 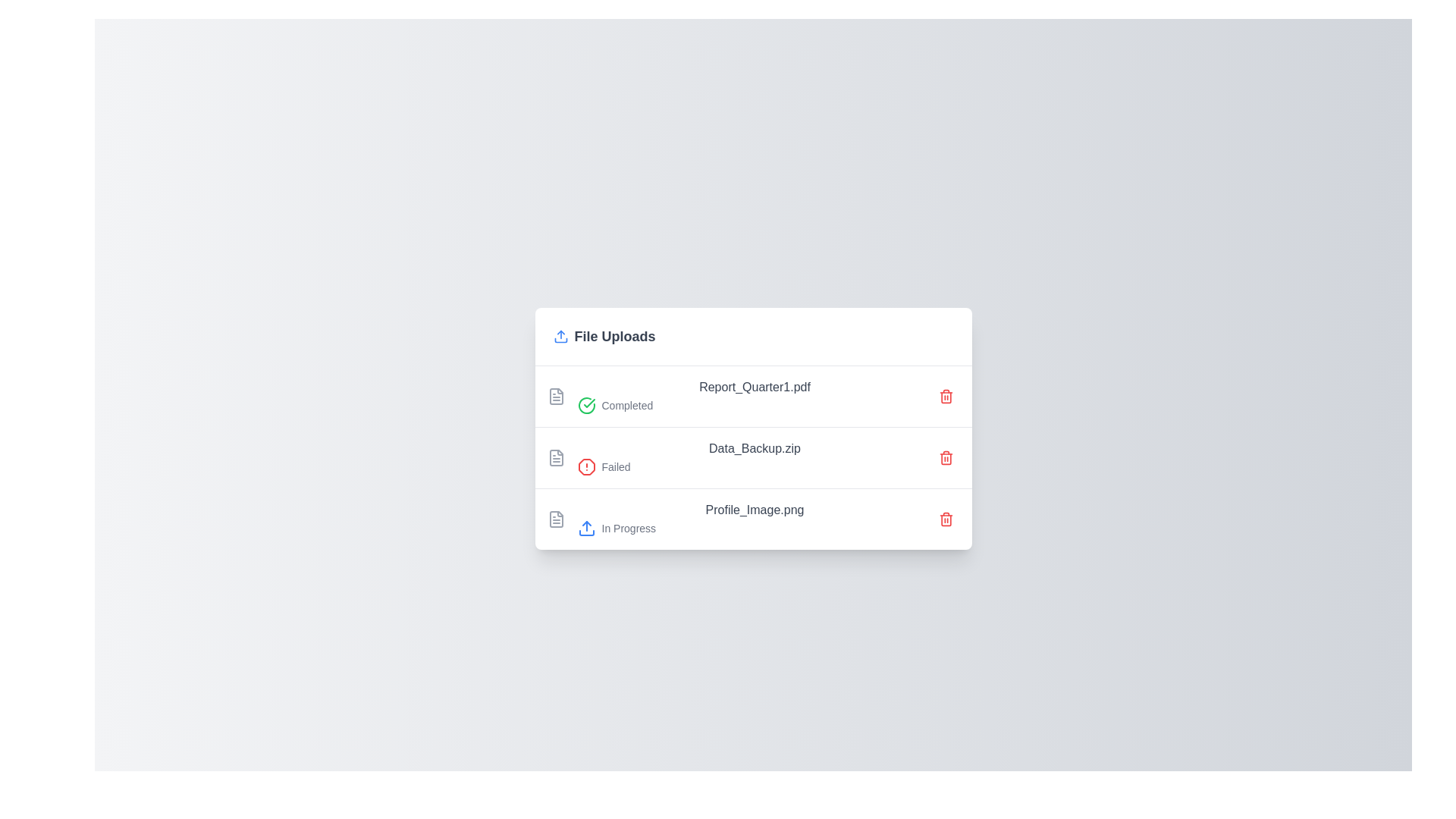 I want to click on the trash icon located in the last row of the file list, so click(x=945, y=518).